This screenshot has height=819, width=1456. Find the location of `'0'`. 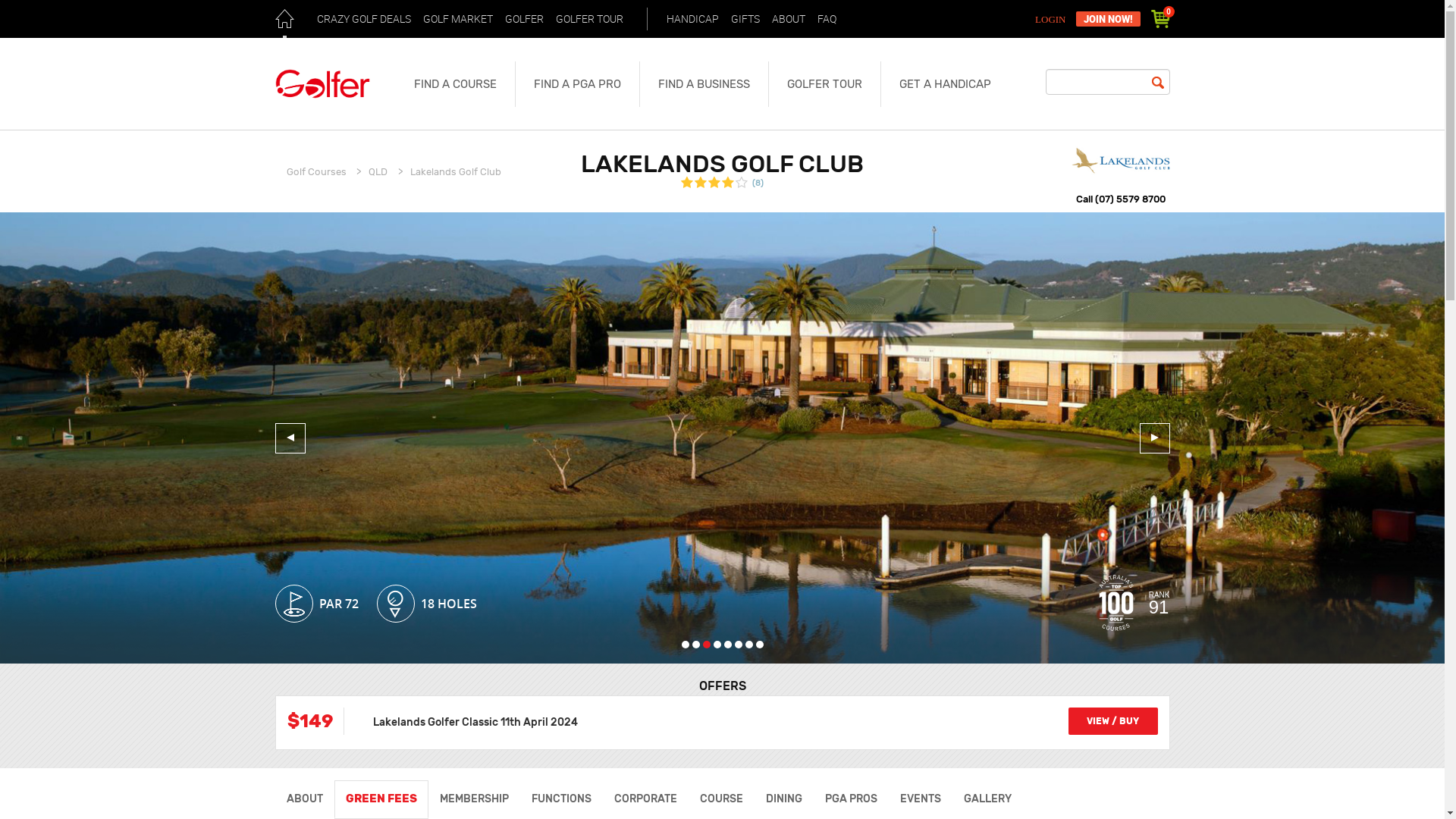

'0' is located at coordinates (1159, 18).